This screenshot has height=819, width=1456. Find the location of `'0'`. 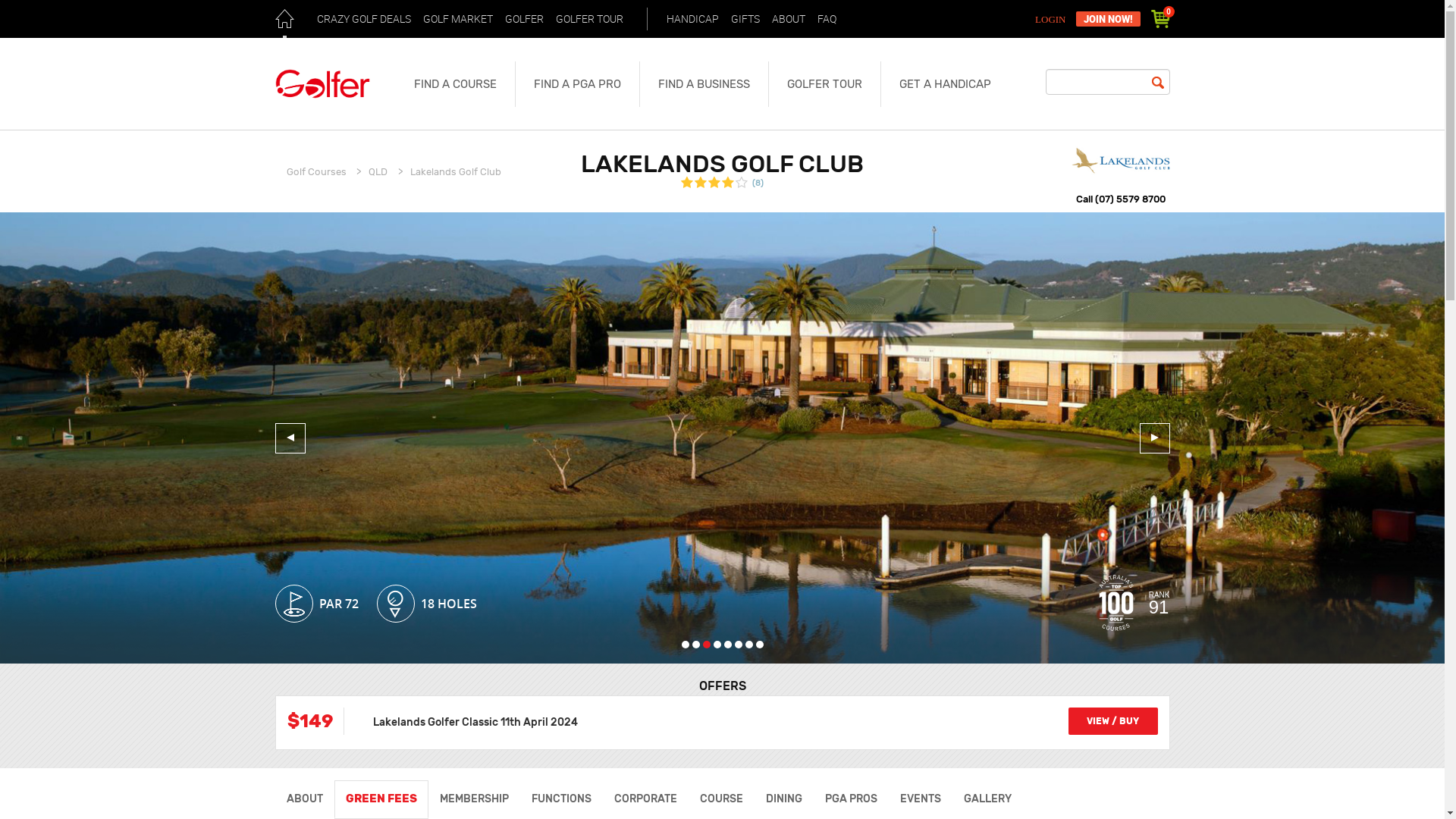

'0' is located at coordinates (1159, 18).